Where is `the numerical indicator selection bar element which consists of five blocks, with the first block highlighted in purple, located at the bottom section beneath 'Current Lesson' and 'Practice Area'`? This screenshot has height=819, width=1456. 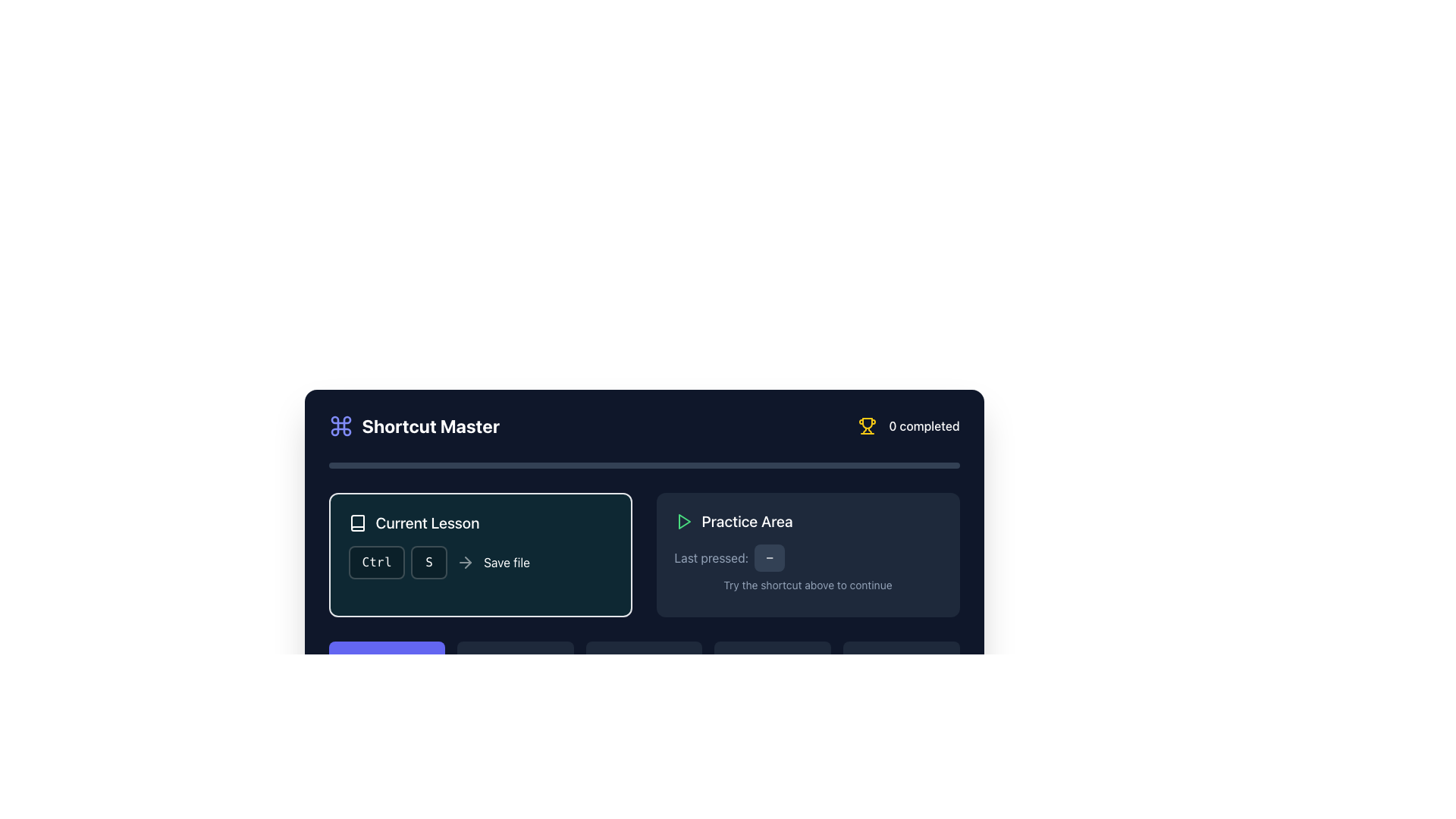
the numerical indicator selection bar element which consists of five blocks, with the first block highlighted in purple, located at the bottom section beneath 'Current Lesson' and 'Practice Area' is located at coordinates (644, 662).